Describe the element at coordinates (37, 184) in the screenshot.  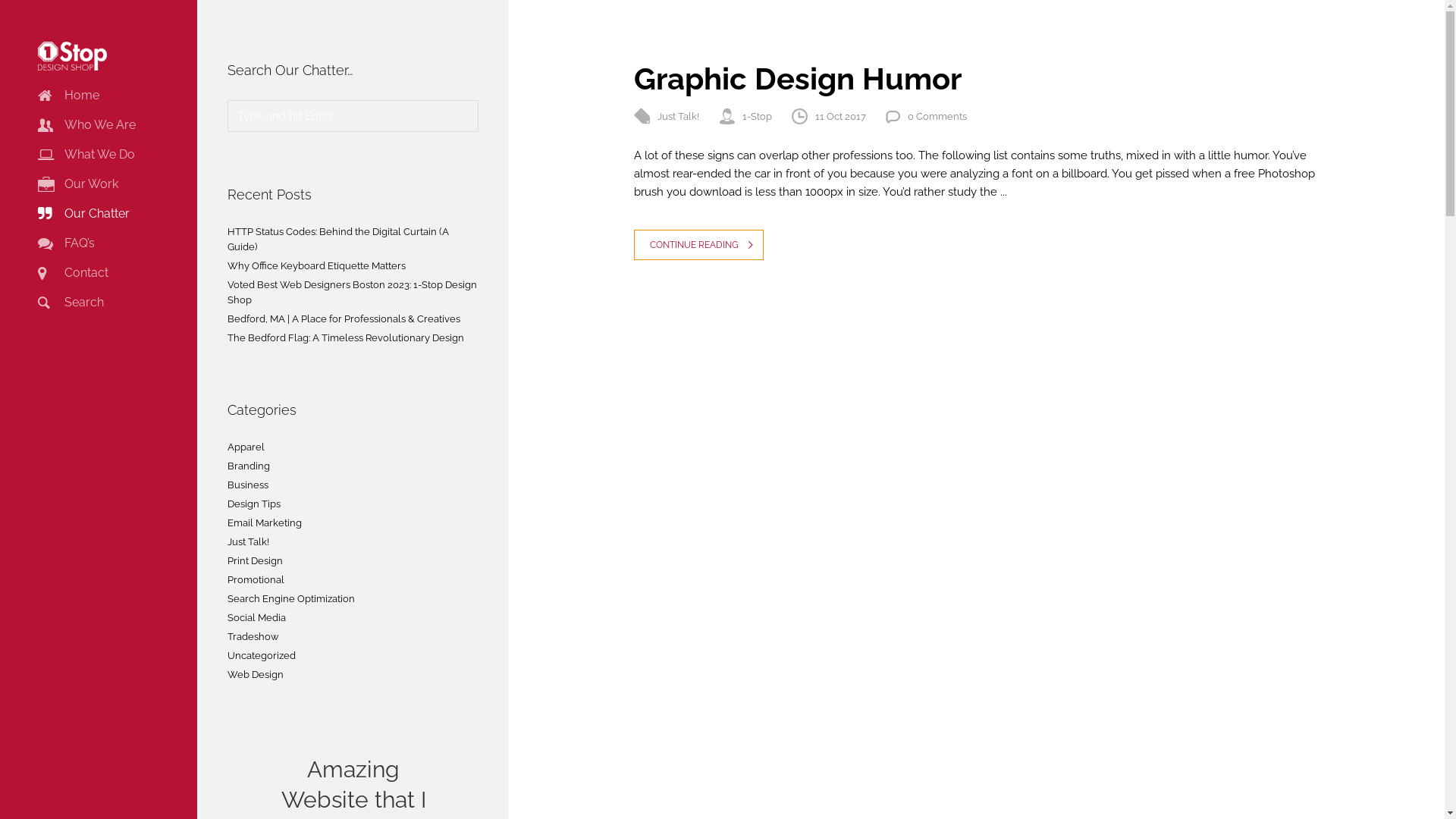
I see `'Our Work'` at that location.